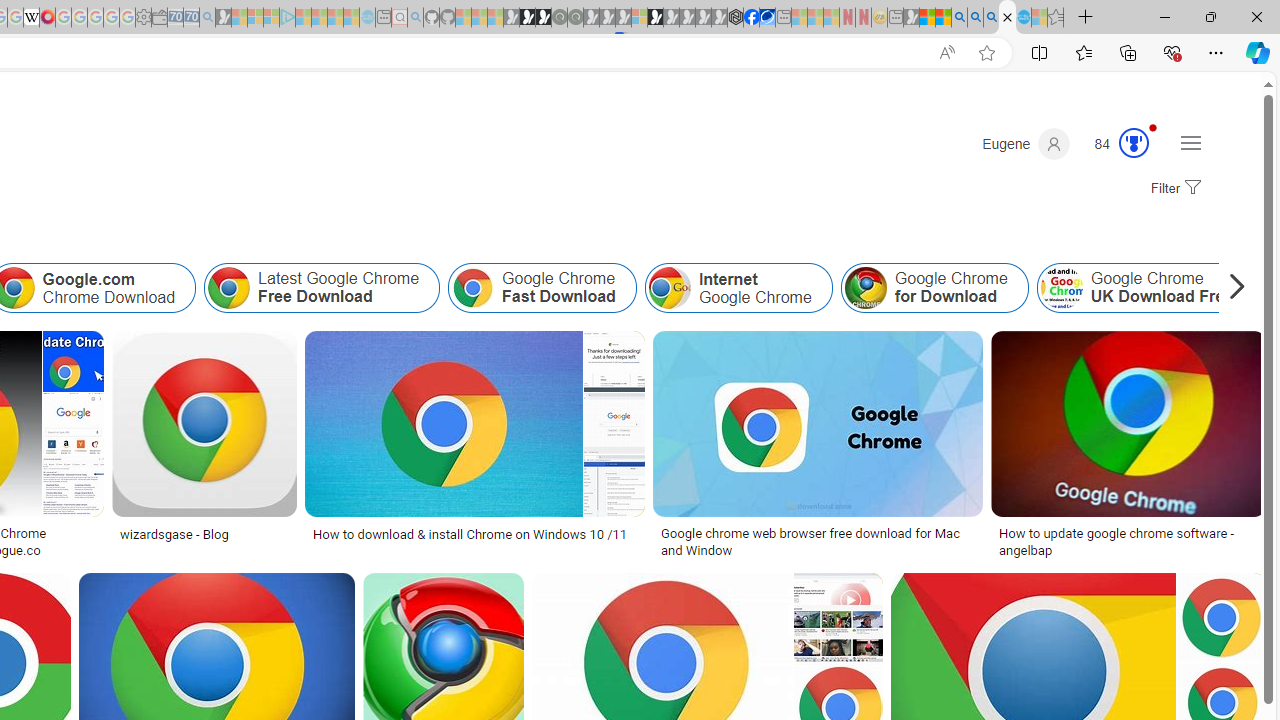 The image size is (1280, 720). Describe the element at coordinates (367, 17) in the screenshot. I see `'Home | Sky Blue Bikes - Sky Blue Bikes - Sleeping'` at that location.